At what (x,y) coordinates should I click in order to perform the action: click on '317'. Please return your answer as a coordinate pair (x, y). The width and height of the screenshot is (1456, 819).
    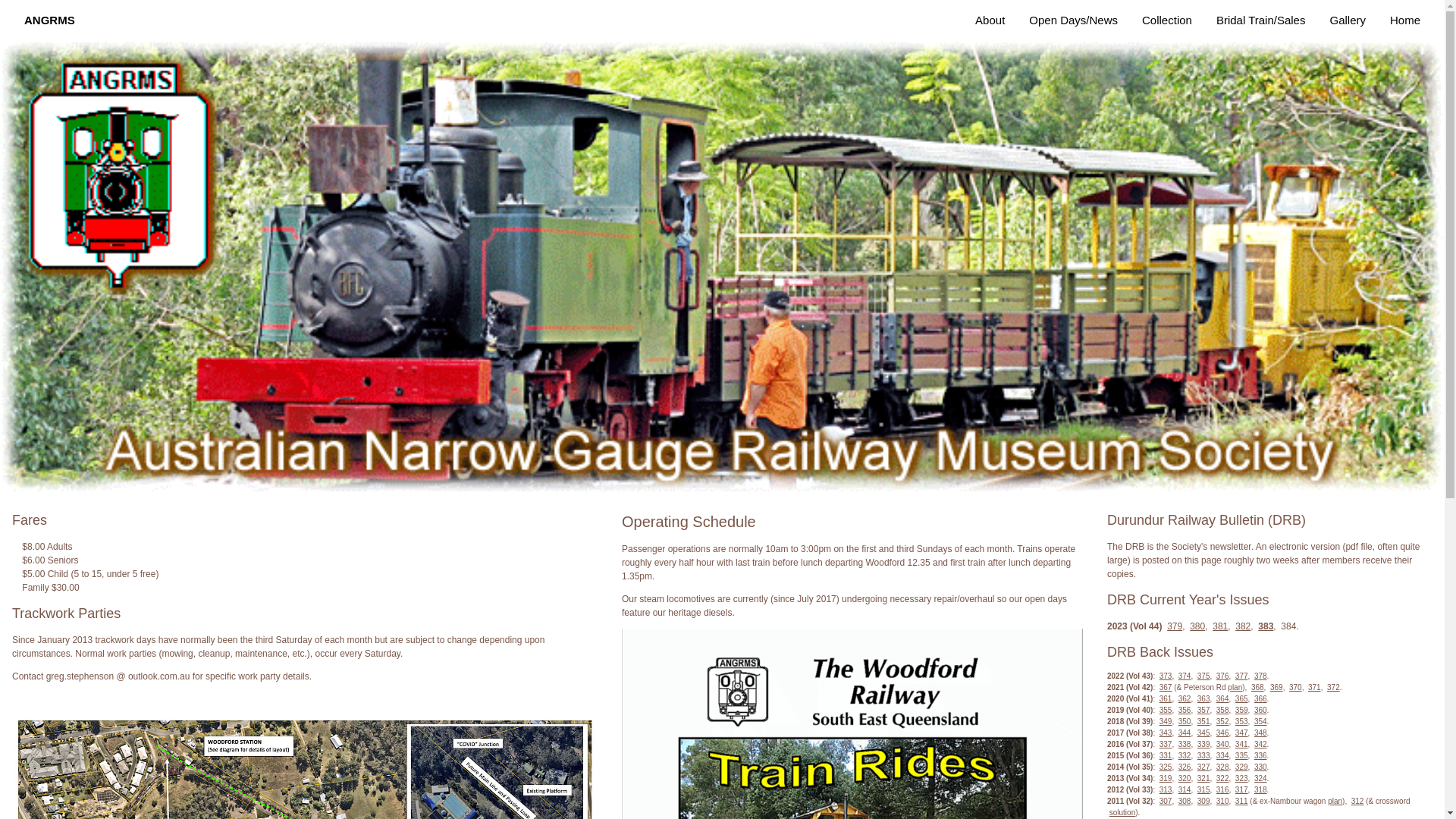
    Looking at the image, I should click on (1241, 789).